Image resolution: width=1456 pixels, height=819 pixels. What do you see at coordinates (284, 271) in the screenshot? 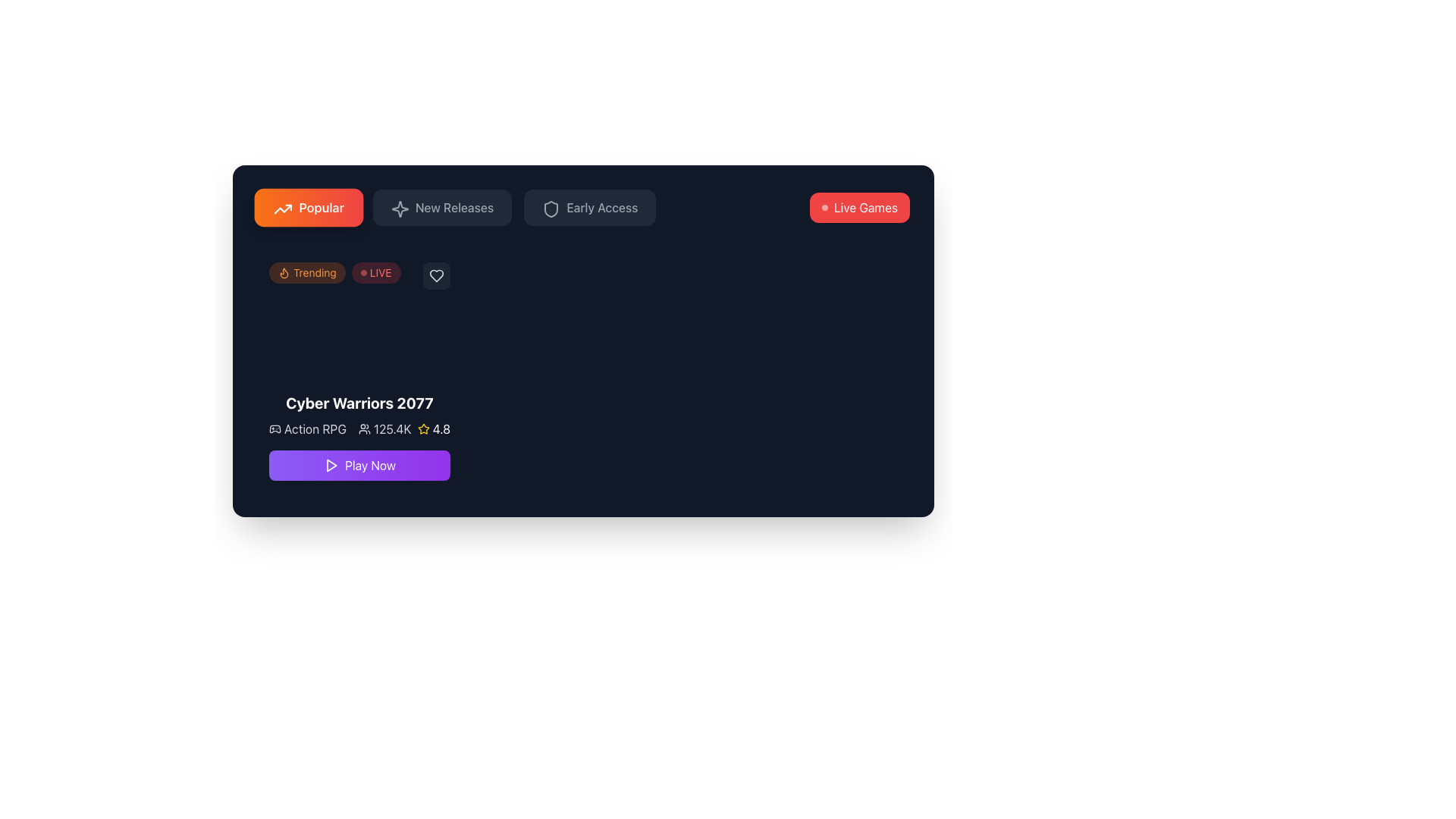
I see `the non-interactive graphical icon located at the upper left corner of the 'Trending' label within an orange-bordered rounded rectangle` at bounding box center [284, 271].